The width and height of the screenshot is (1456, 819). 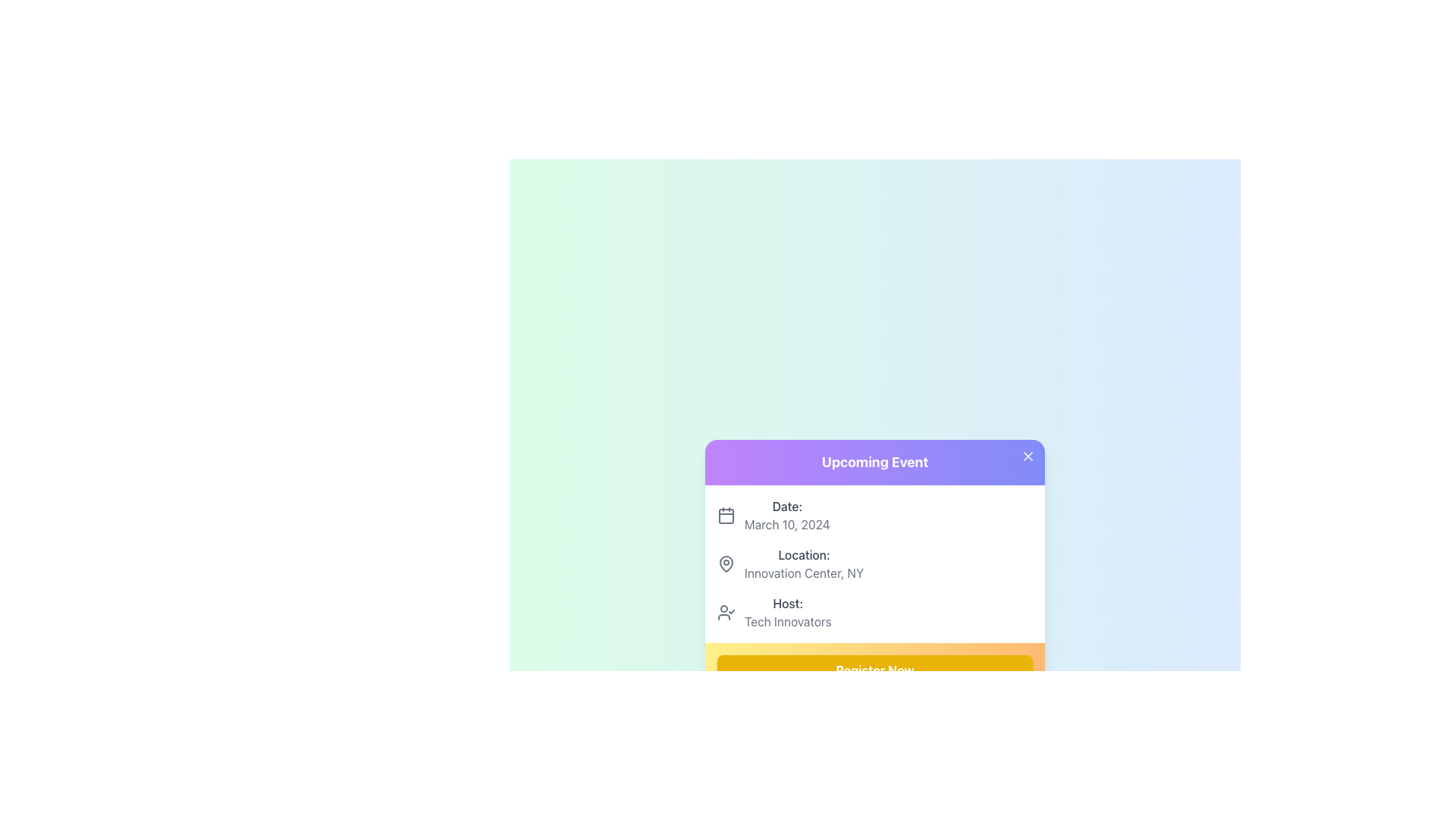 What do you see at coordinates (803, 573) in the screenshot?
I see `text content displayed in the Text Label that shows the location of the upcoming event, which is located below the 'Location:' label and above the 'Host:' section` at bounding box center [803, 573].